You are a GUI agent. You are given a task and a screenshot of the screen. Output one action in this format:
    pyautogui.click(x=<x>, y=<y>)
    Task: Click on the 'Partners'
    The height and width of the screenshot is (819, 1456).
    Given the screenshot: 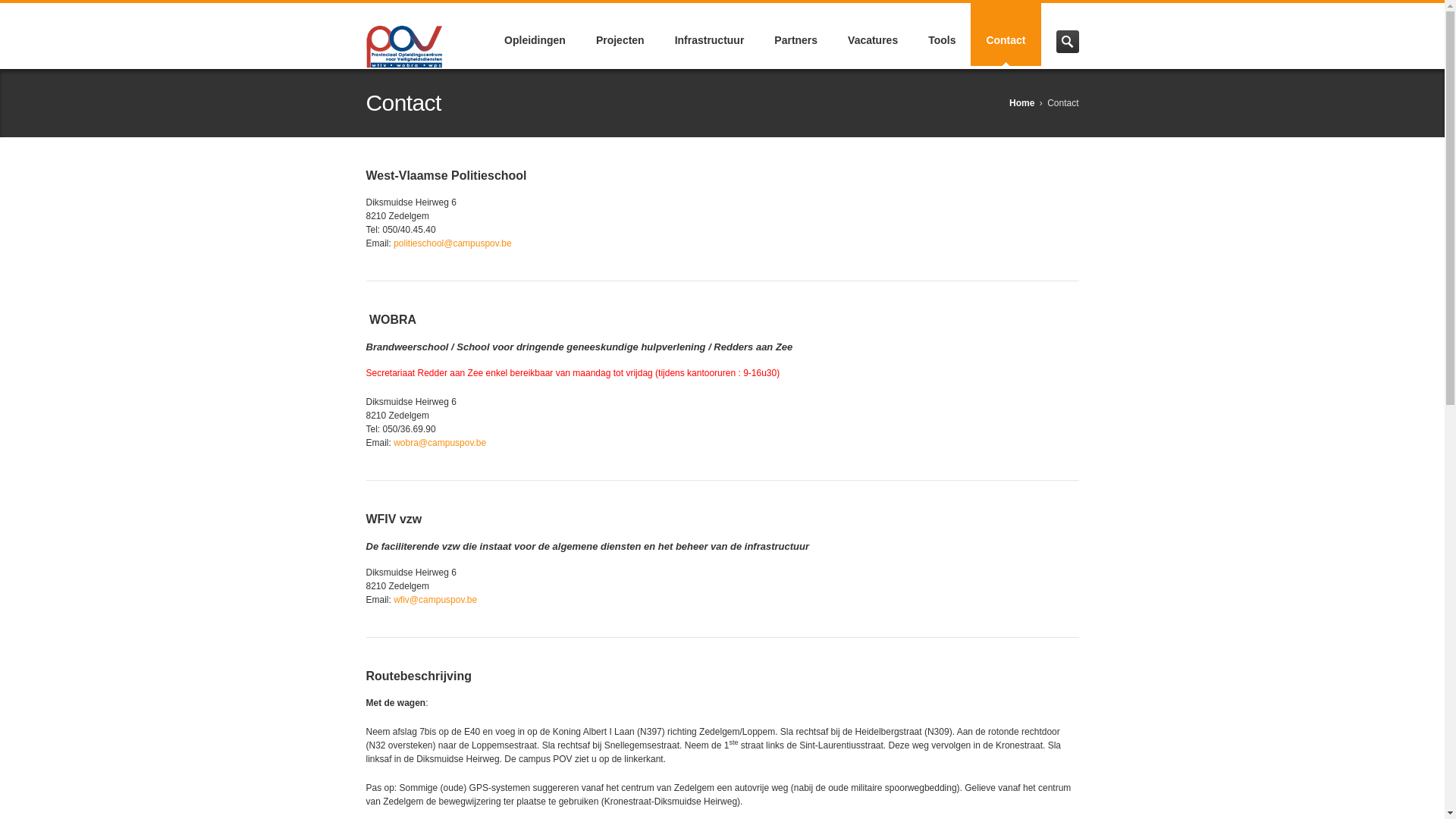 What is the action you would take?
    pyautogui.click(x=795, y=34)
    